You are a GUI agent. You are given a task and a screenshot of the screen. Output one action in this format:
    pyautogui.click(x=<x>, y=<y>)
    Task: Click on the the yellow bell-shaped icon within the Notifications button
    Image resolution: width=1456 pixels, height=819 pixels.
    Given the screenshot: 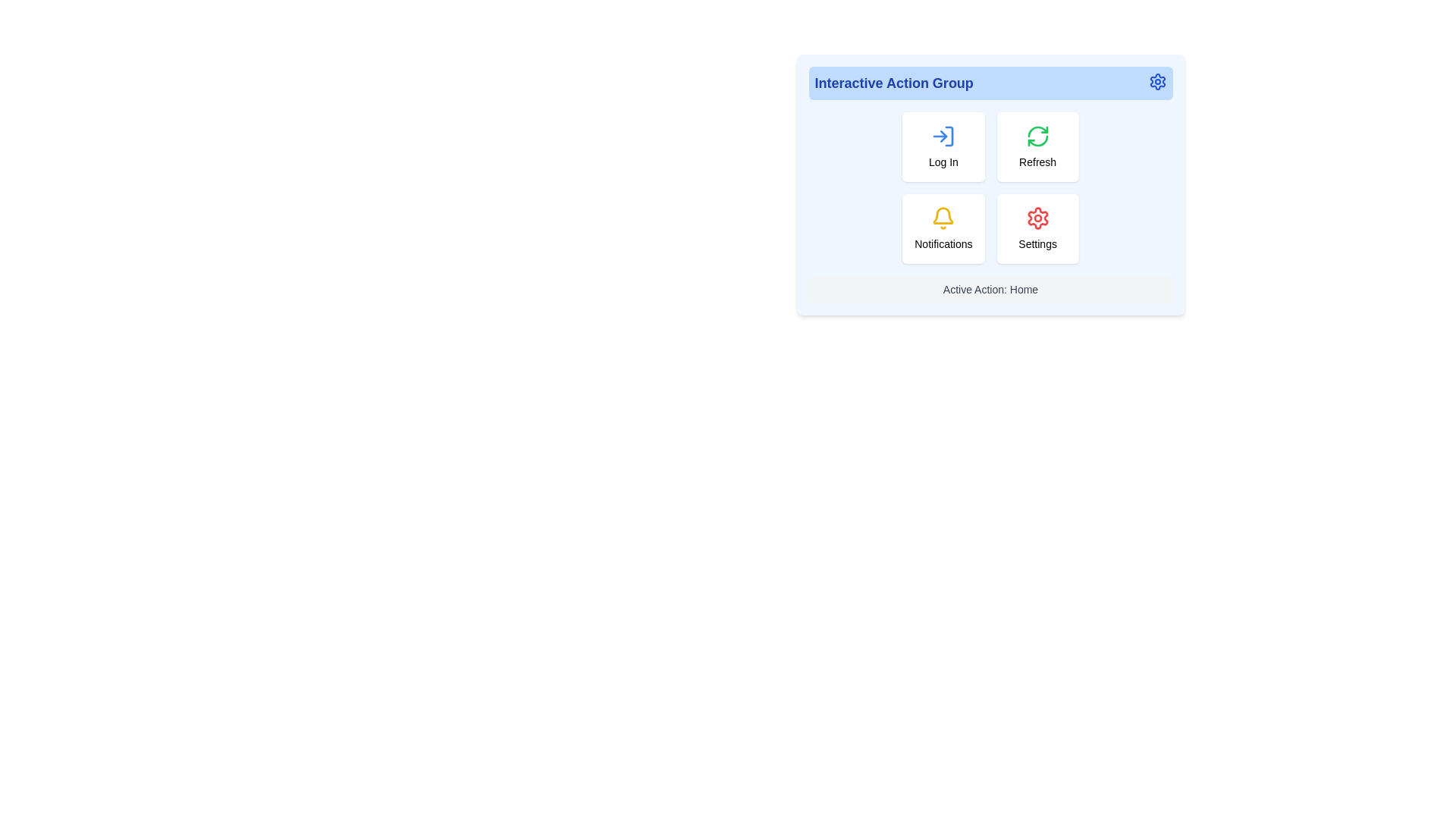 What is the action you would take?
    pyautogui.click(x=942, y=215)
    